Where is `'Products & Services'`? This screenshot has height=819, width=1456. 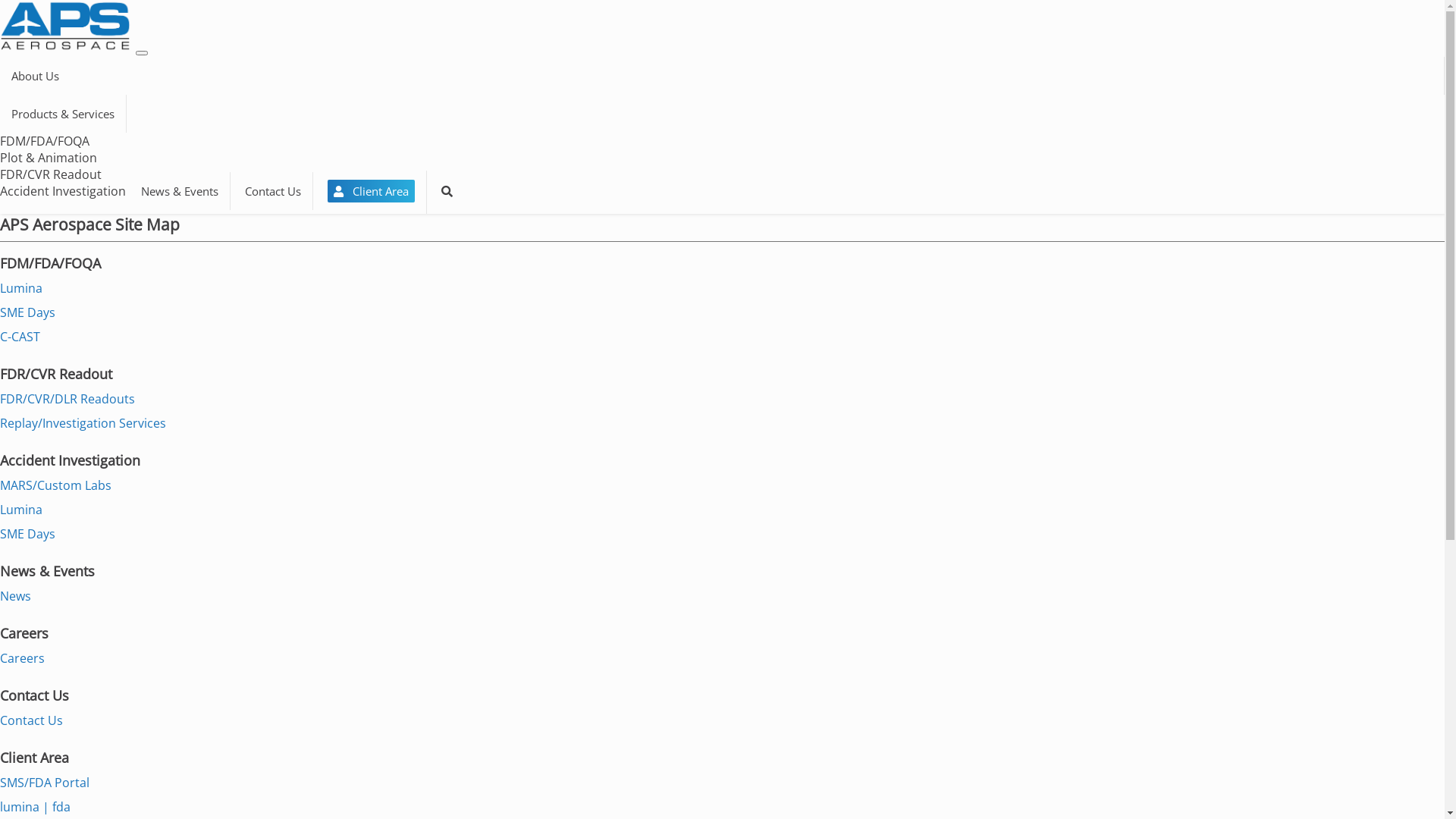
'Products & Services' is located at coordinates (62, 113).